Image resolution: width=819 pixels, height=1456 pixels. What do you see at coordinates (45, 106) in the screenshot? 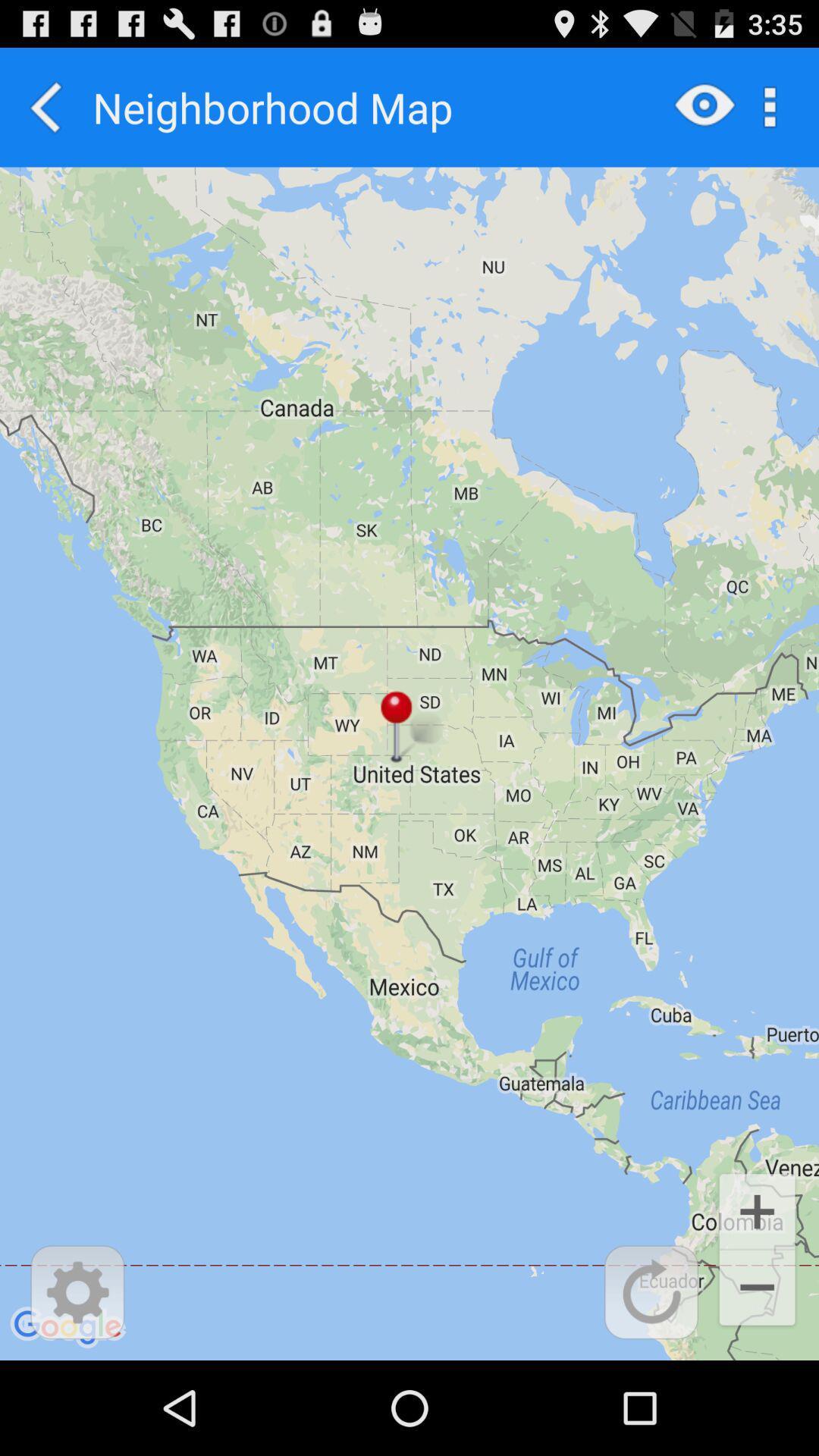
I see `icon next to the neighborhood map icon` at bounding box center [45, 106].